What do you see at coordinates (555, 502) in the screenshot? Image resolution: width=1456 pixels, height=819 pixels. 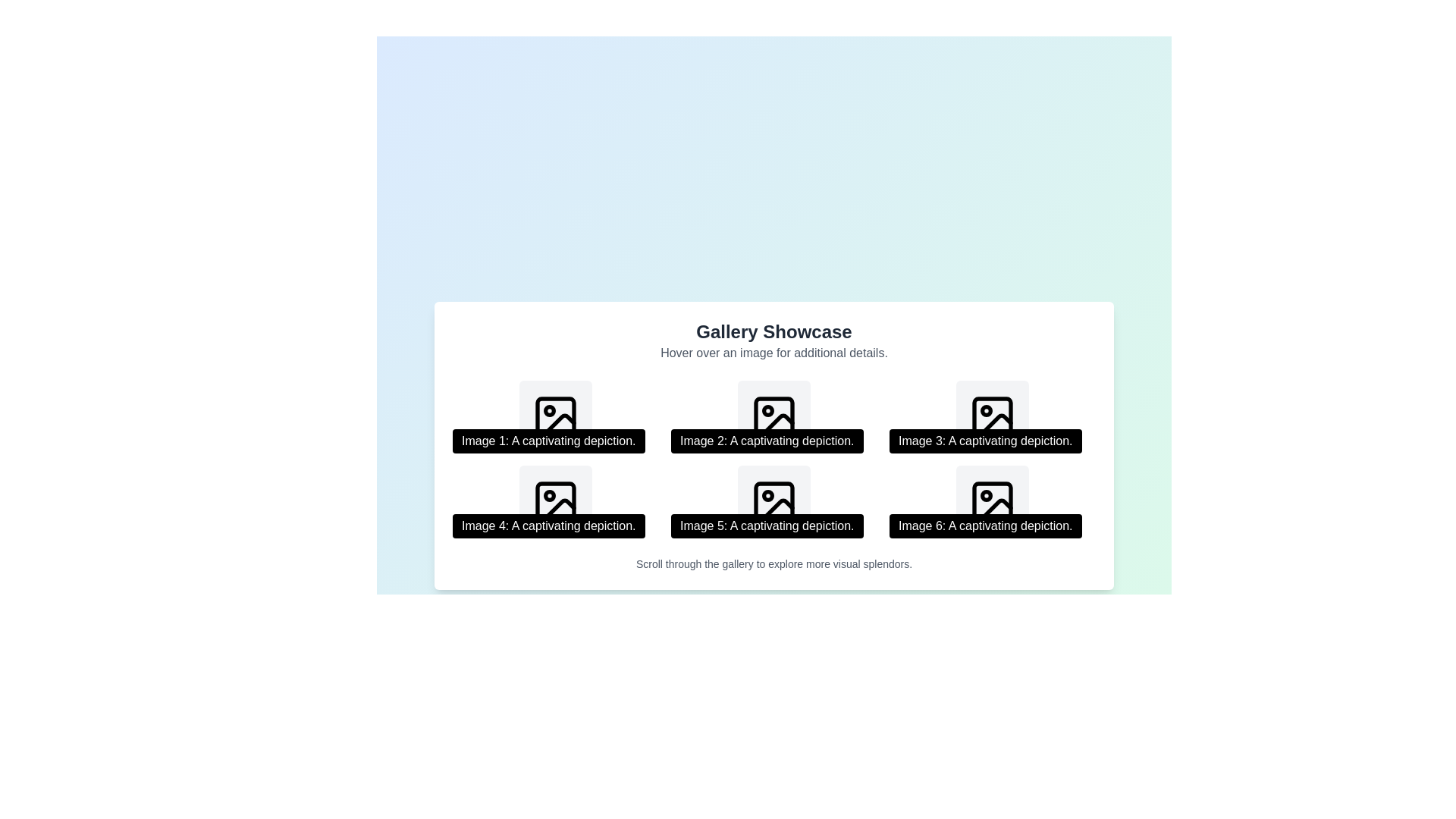 I see `the interactive visual tile featuring an icon with a circle and diagonal line, captioned 'Image 4: A captivating depiction'` at bounding box center [555, 502].